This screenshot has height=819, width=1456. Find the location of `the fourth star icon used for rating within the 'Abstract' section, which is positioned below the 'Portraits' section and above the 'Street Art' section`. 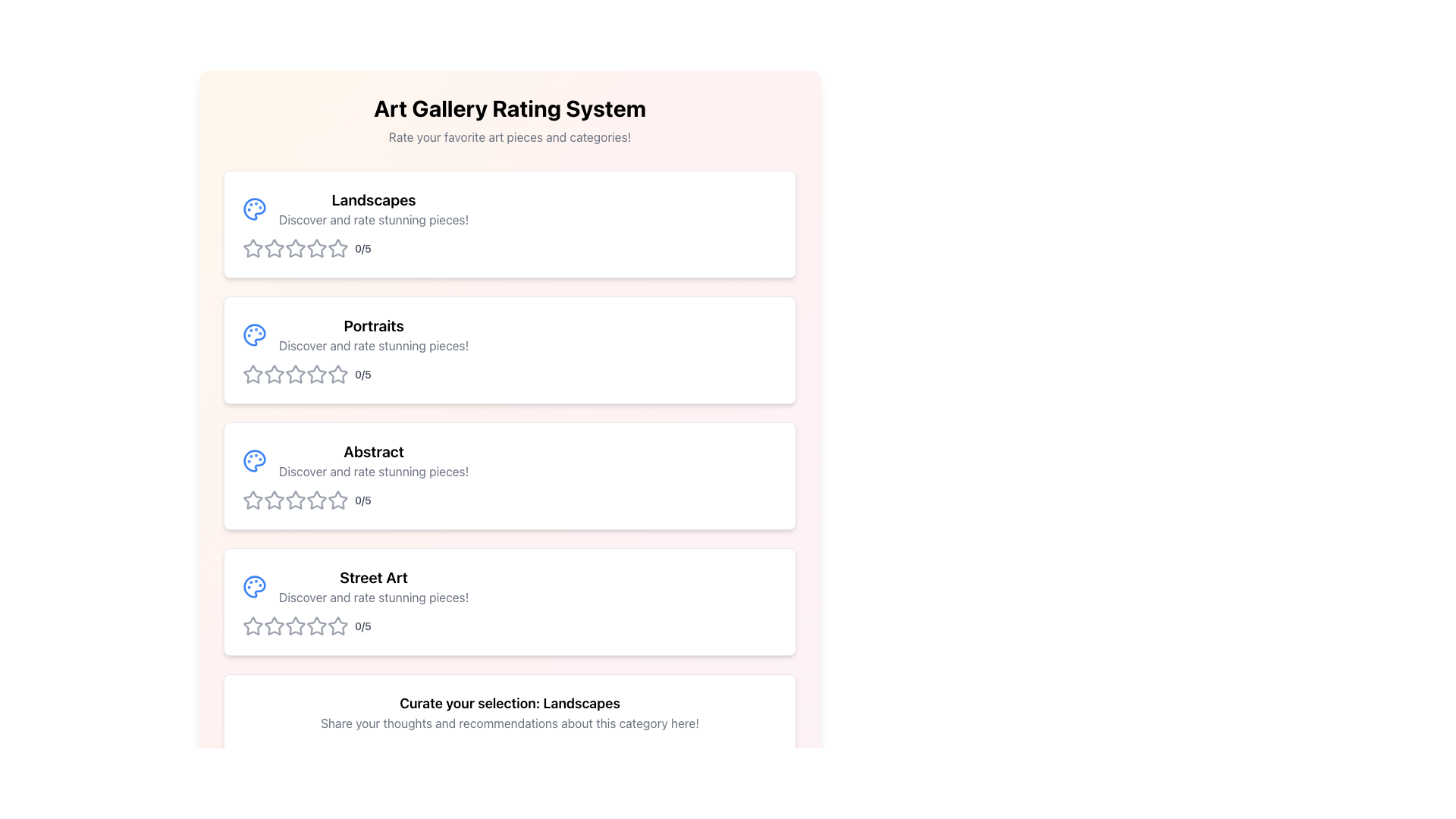

the fourth star icon used for rating within the 'Abstract' section, which is positioned below the 'Portraits' section and above the 'Street Art' section is located at coordinates (315, 500).